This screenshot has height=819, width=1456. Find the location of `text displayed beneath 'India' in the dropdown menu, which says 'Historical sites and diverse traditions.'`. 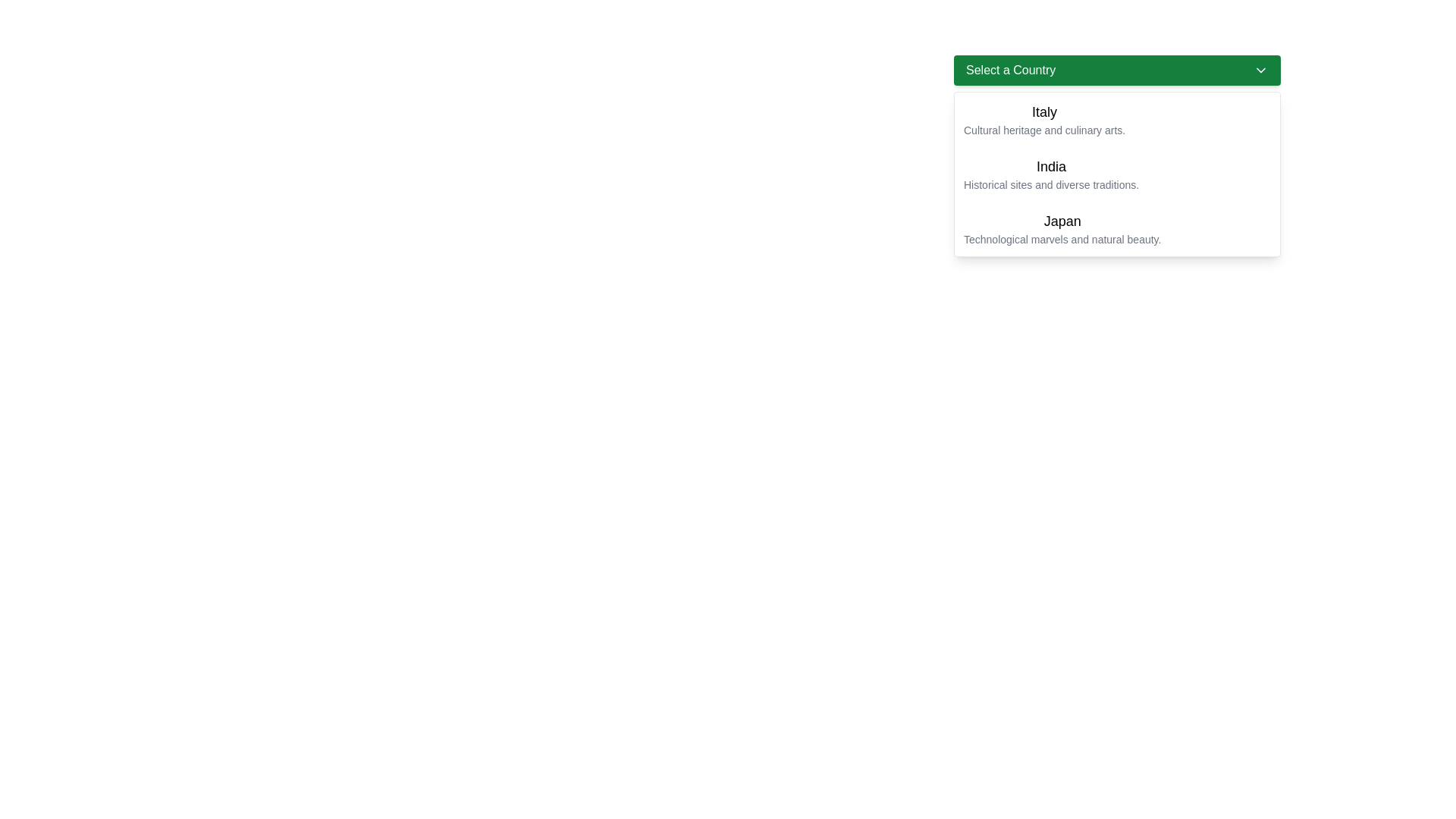

text displayed beneath 'India' in the dropdown menu, which says 'Historical sites and diverse traditions.' is located at coordinates (1050, 184).